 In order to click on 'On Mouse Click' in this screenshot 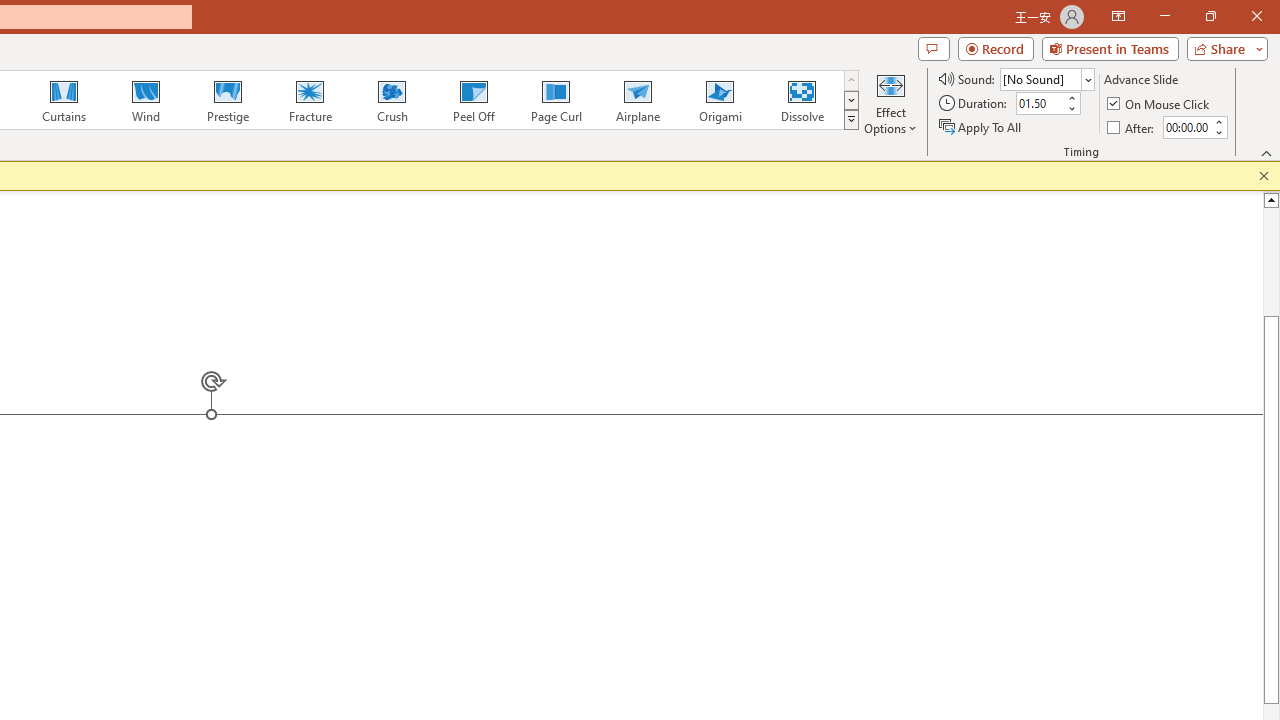, I will do `click(1159, 103)`.